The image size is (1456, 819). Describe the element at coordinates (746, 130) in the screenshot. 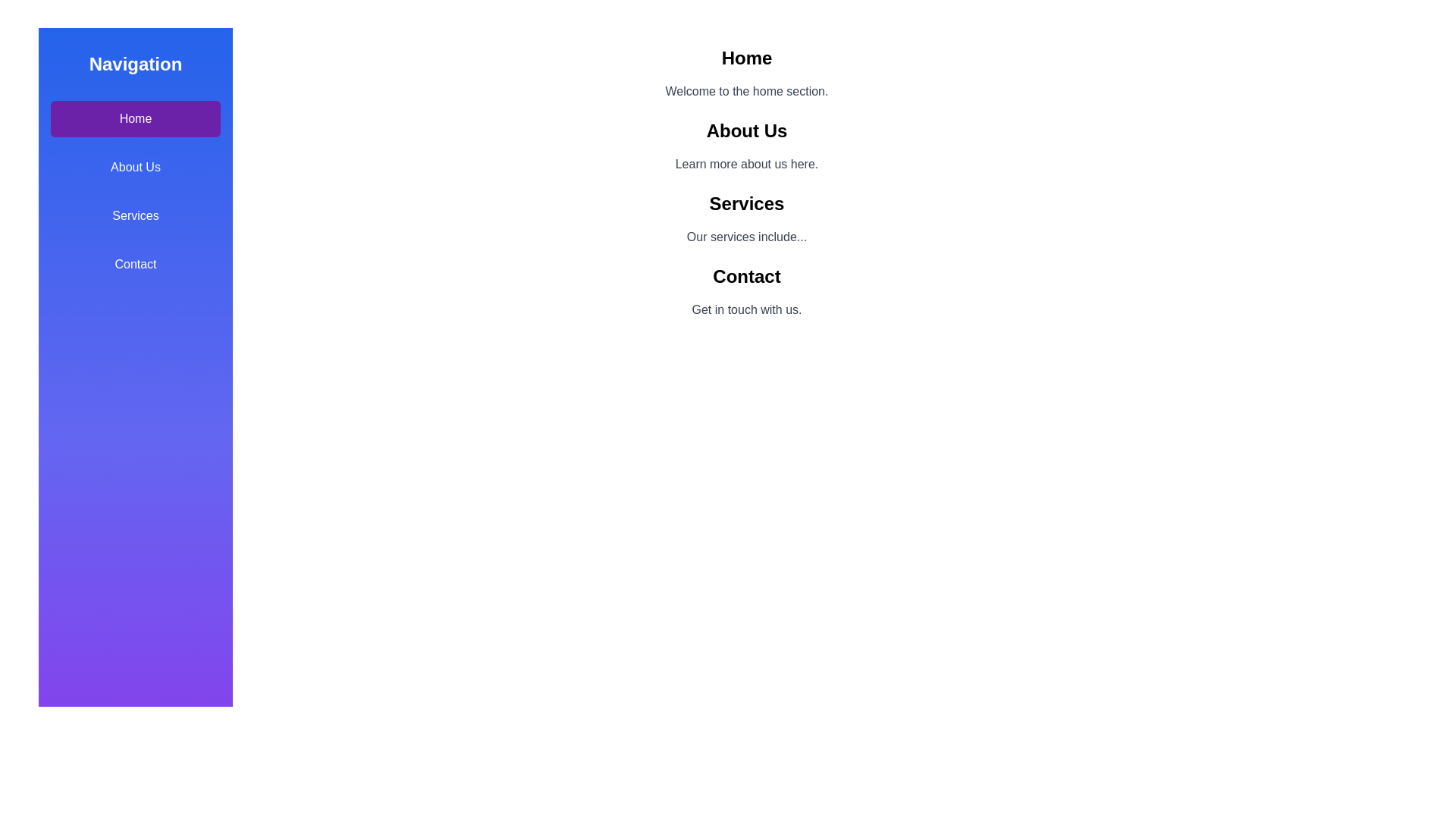

I see `the Heading Text that serves as a visual indicator for the 'About Us' section, located near the upper portion of the central content area, above the secondary text` at that location.